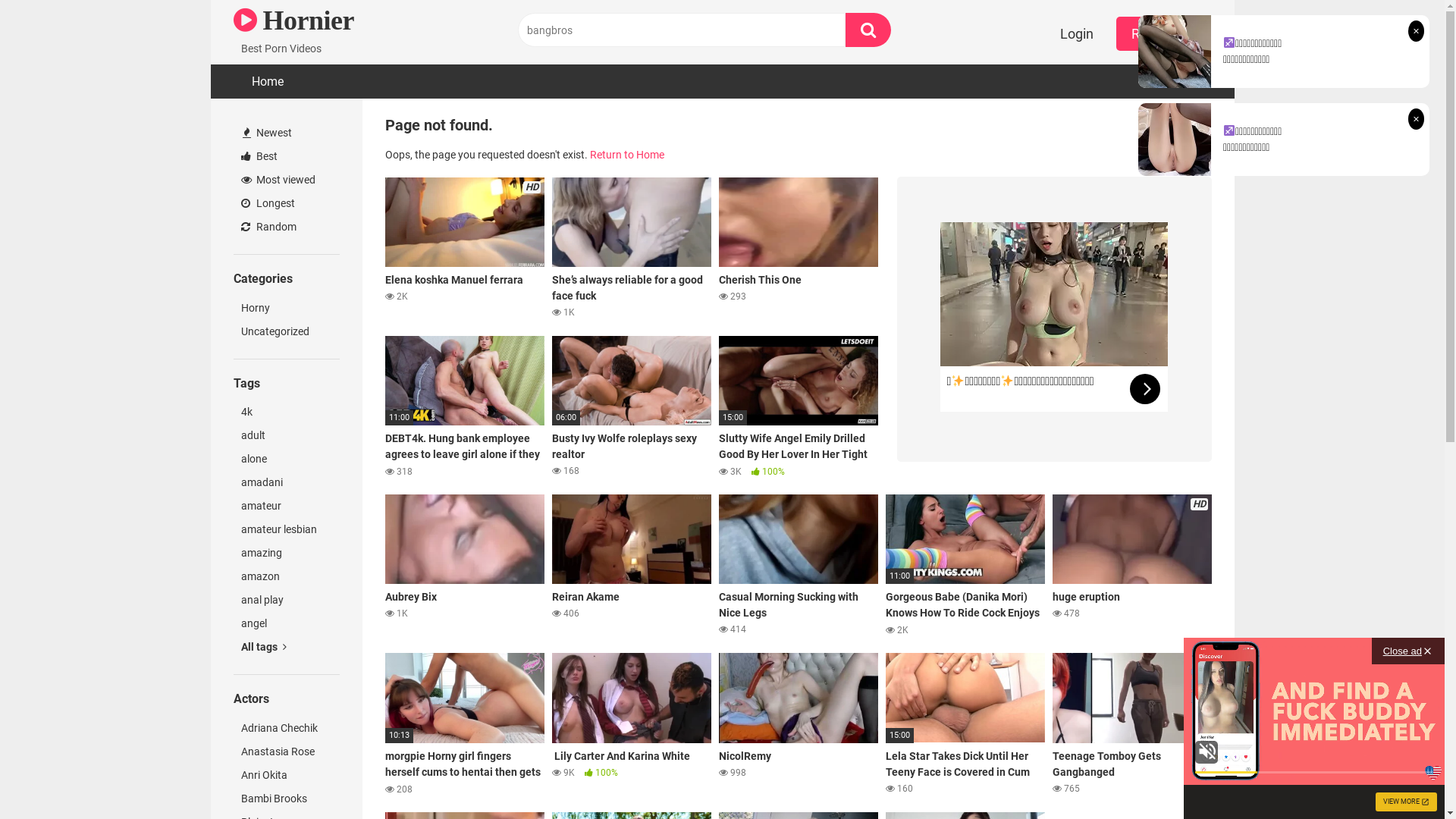 The width and height of the screenshot is (1456, 819). Describe the element at coordinates (293, 20) in the screenshot. I see `'Hornier'` at that location.